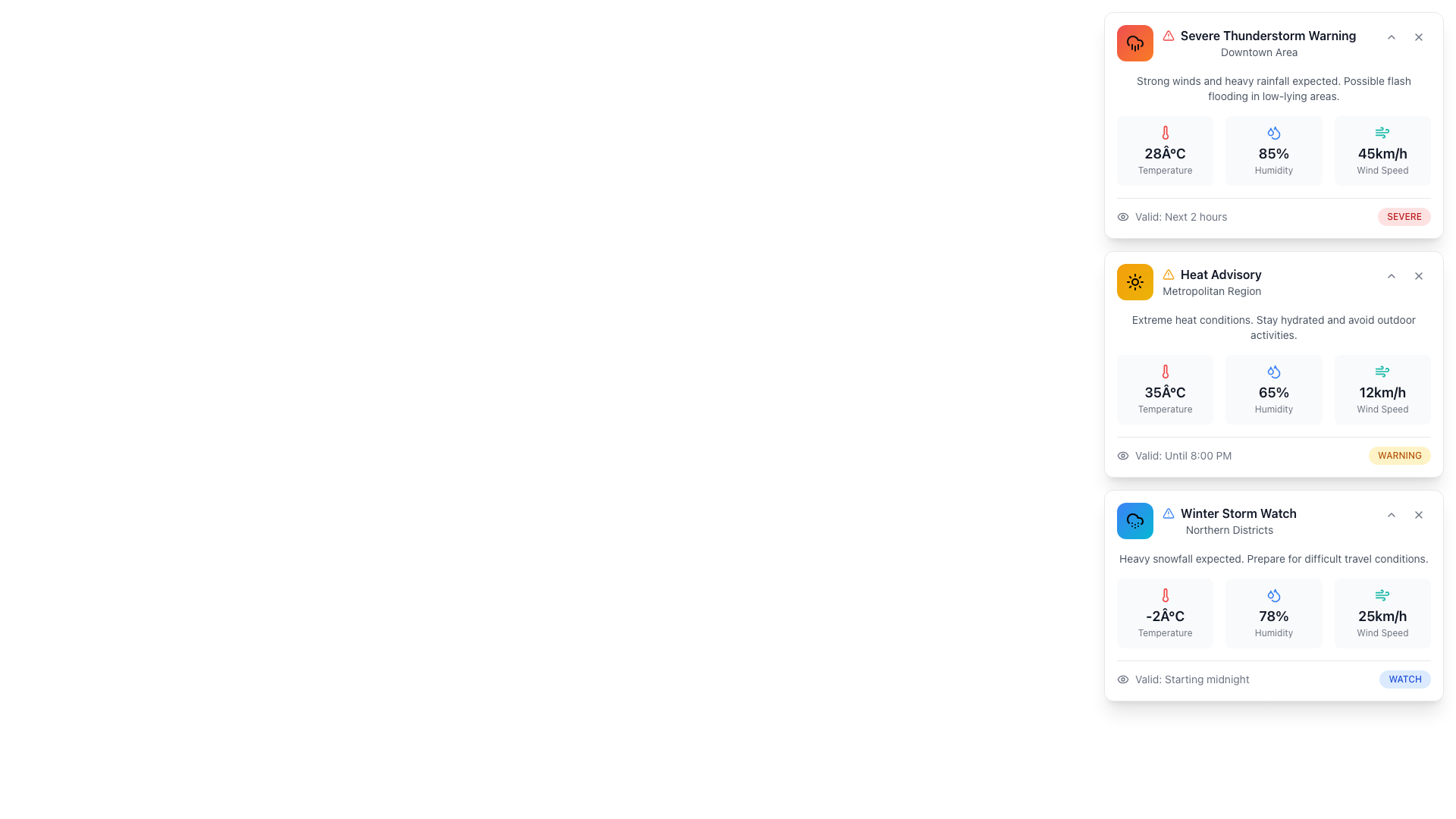 The width and height of the screenshot is (1456, 819). What do you see at coordinates (1167, 513) in the screenshot?
I see `the alert icon located in the 'Winter Storm Watch' section, immediately to the left of the title text, to receive more detailed alert information` at bounding box center [1167, 513].